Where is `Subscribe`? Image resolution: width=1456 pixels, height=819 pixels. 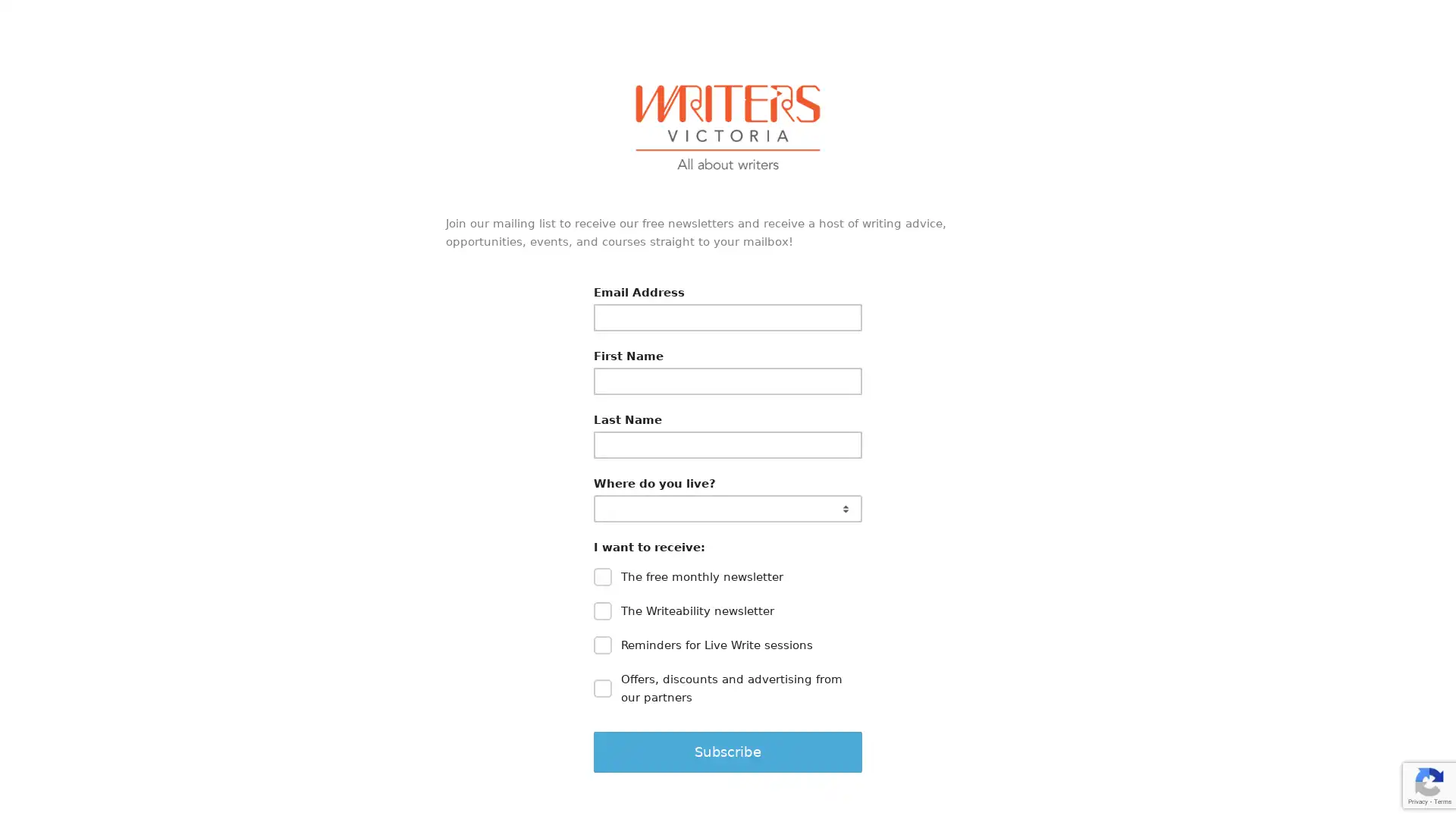 Subscribe is located at coordinates (728, 752).